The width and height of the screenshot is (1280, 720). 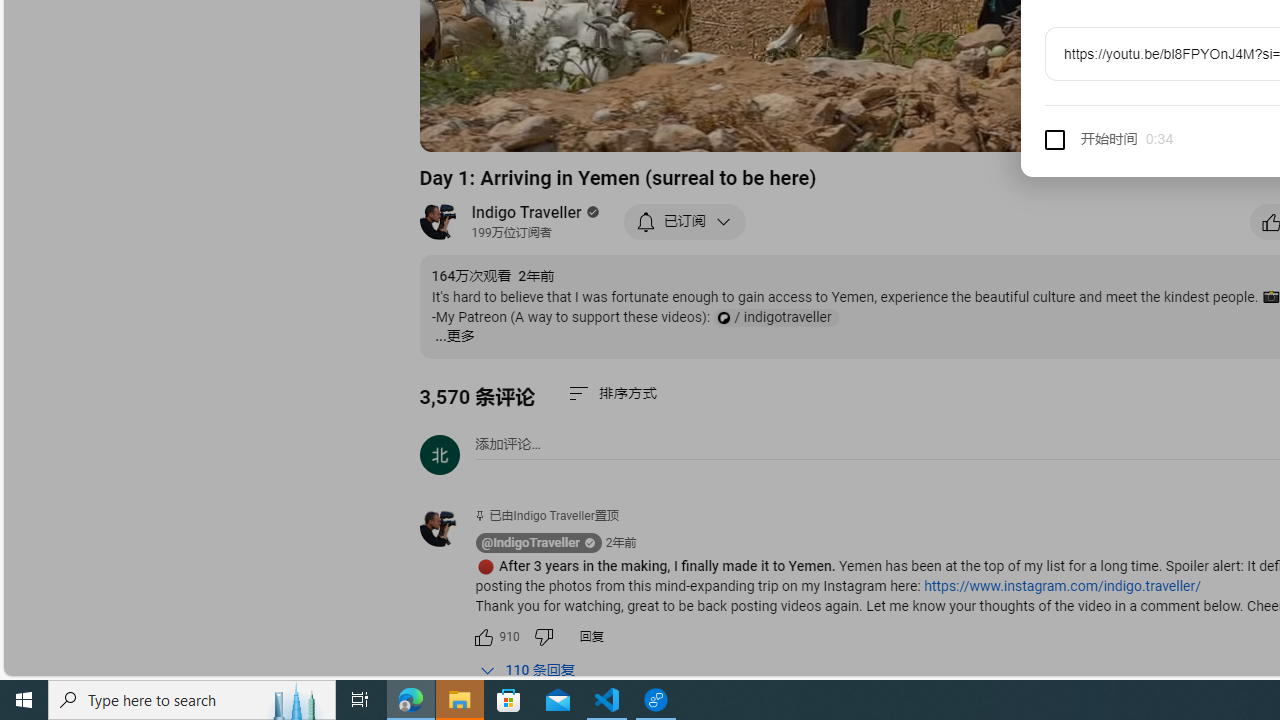 What do you see at coordinates (1170, 139) in the screenshot?
I see `'Class: style-scope tp-yt-paper-input'` at bounding box center [1170, 139].